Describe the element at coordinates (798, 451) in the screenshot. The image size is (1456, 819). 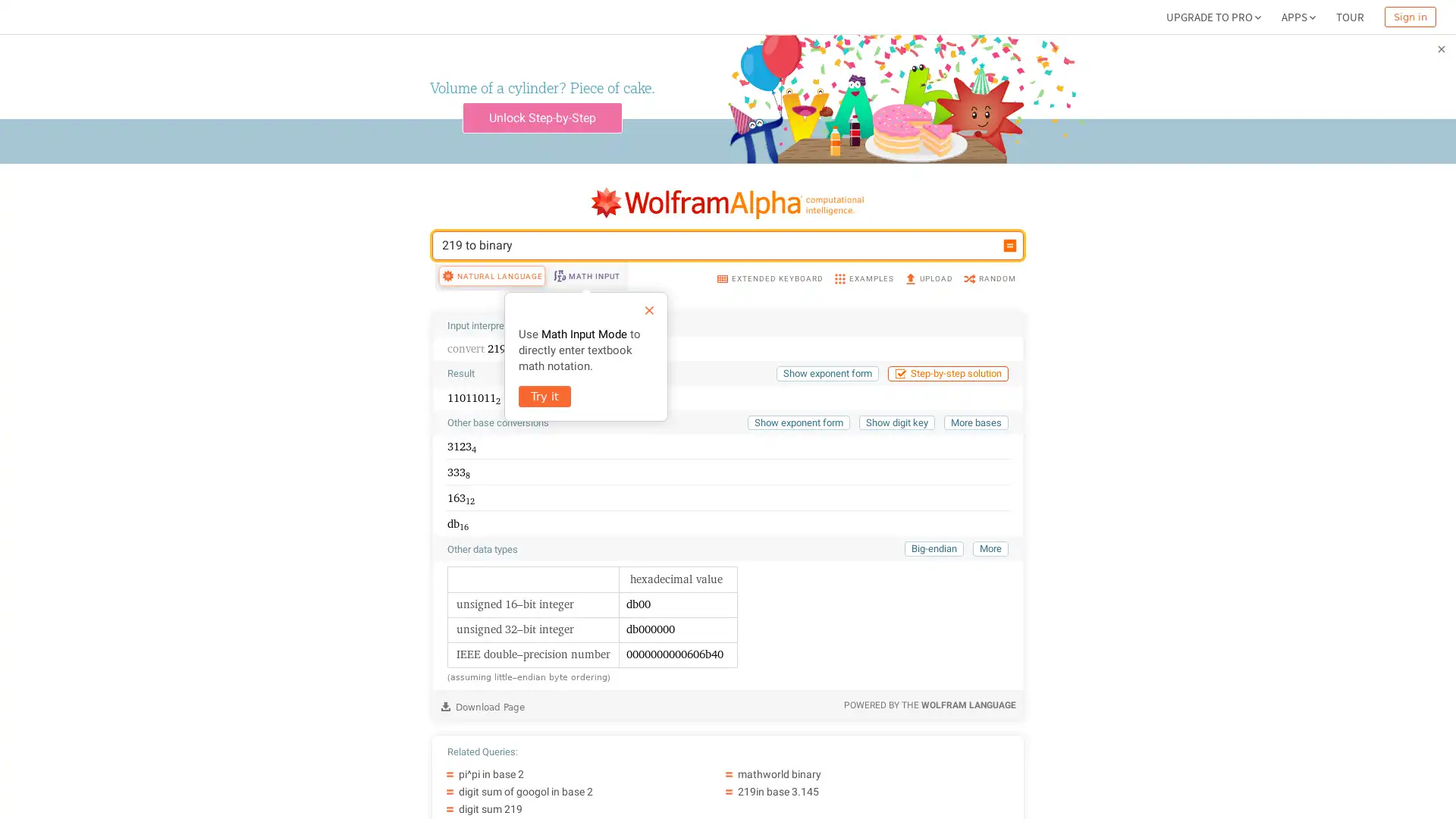
I see `Show exponent form` at that location.